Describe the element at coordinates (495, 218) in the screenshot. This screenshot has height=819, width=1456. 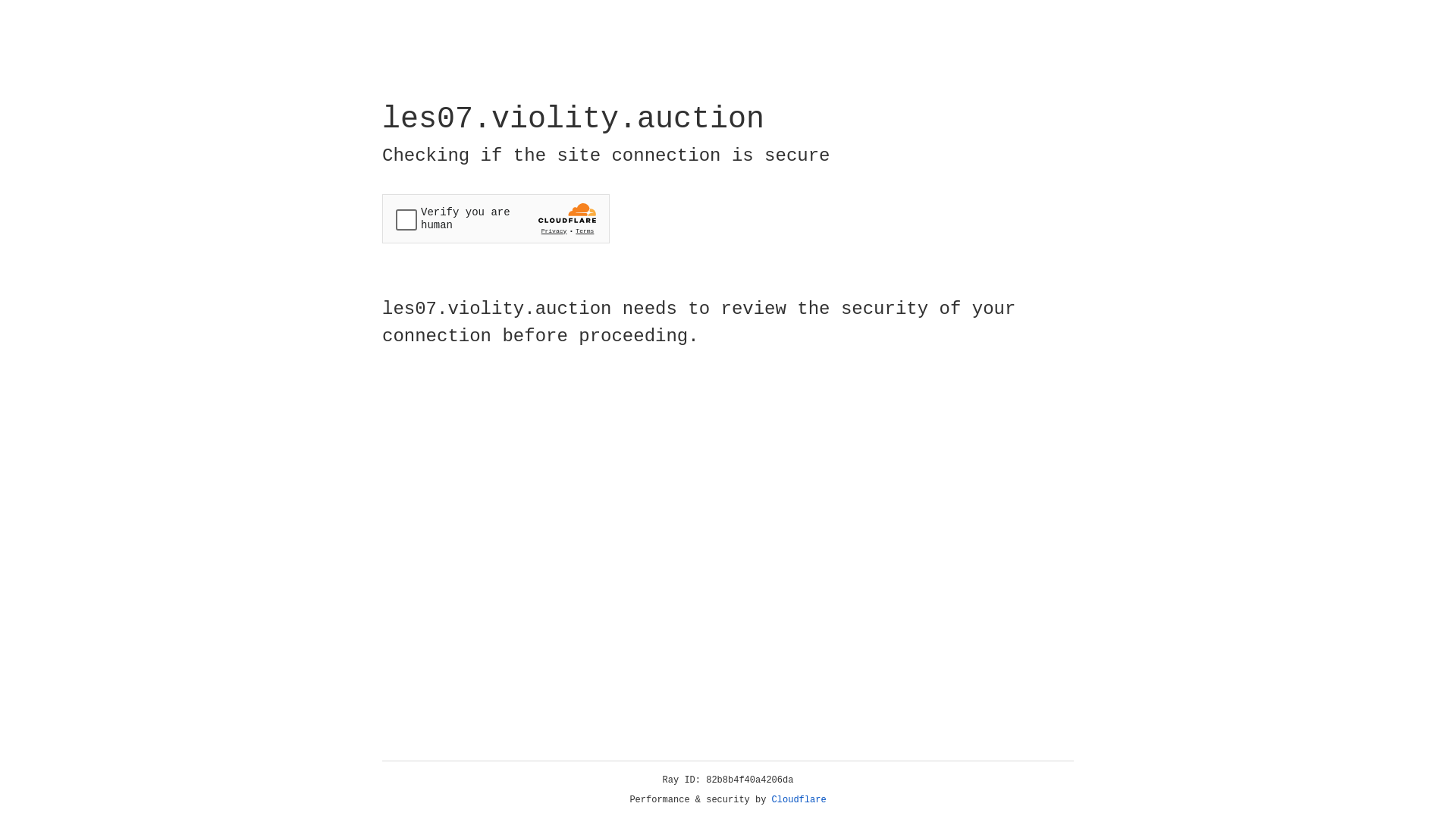
I see `'Widget containing a Cloudflare security challenge'` at that location.